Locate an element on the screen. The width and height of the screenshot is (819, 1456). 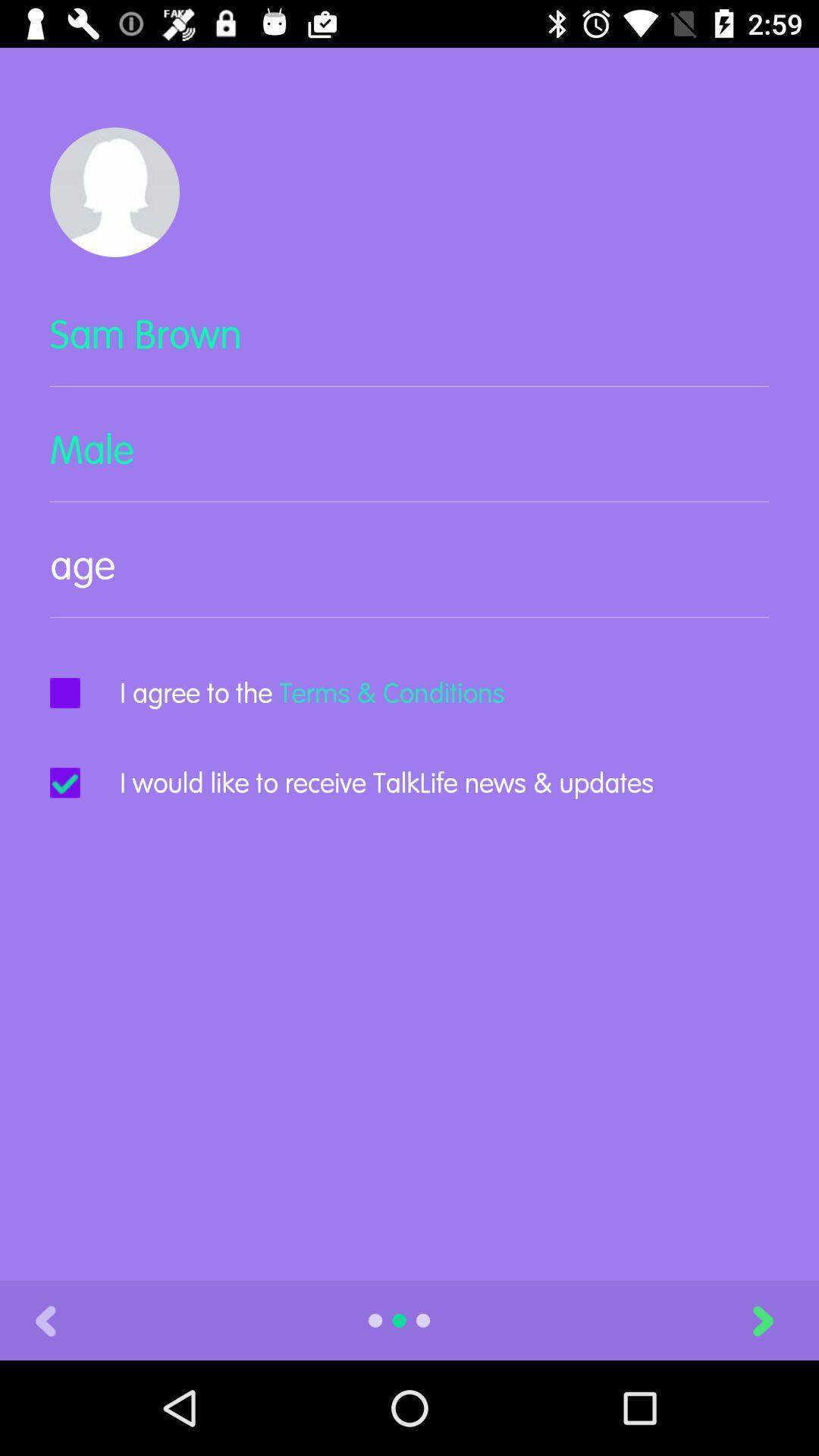
profile picture is located at coordinates (114, 191).